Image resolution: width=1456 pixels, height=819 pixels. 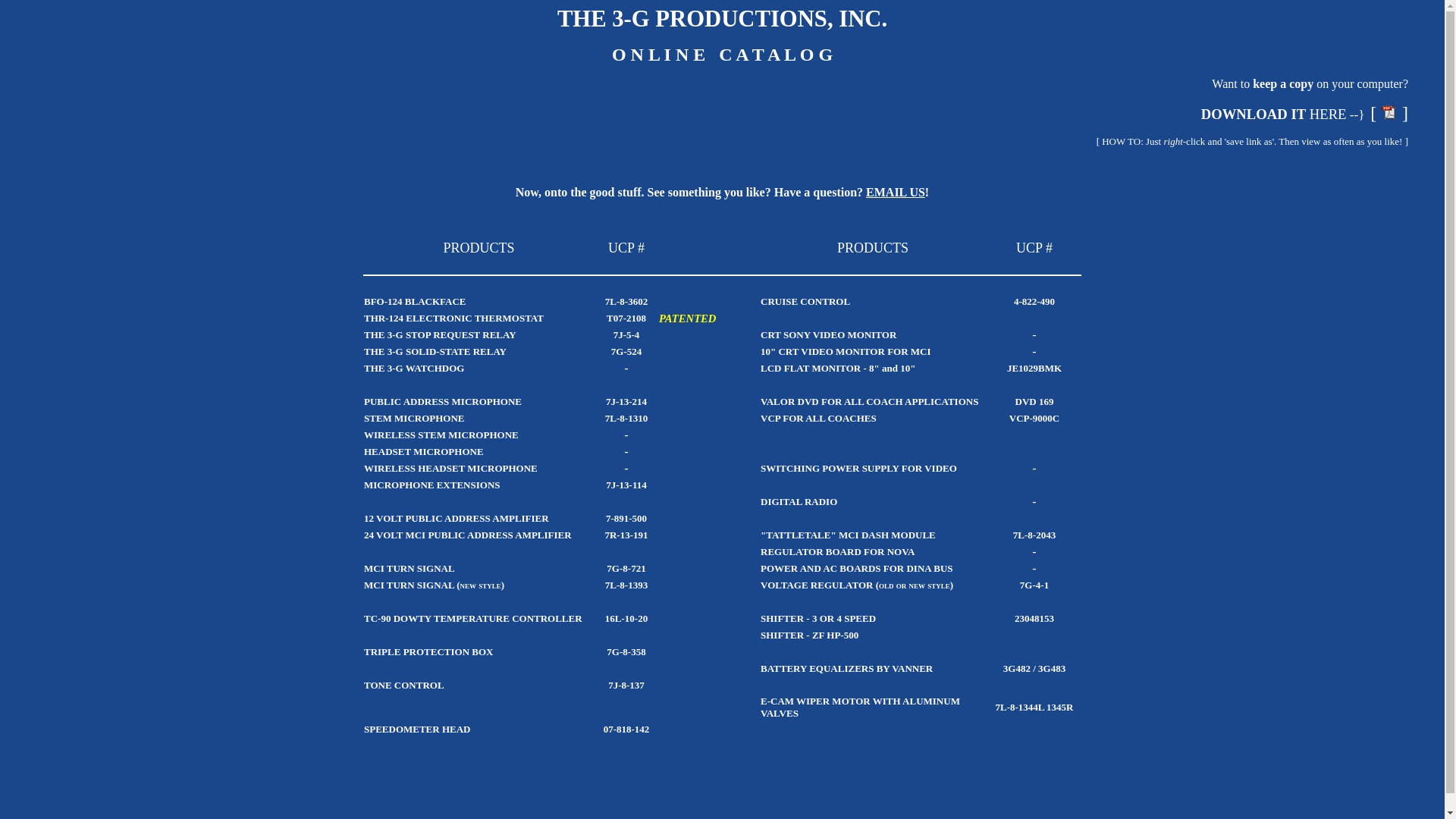 What do you see at coordinates (417, 728) in the screenshot?
I see `'SPEEDOMETER HEAD'` at bounding box center [417, 728].